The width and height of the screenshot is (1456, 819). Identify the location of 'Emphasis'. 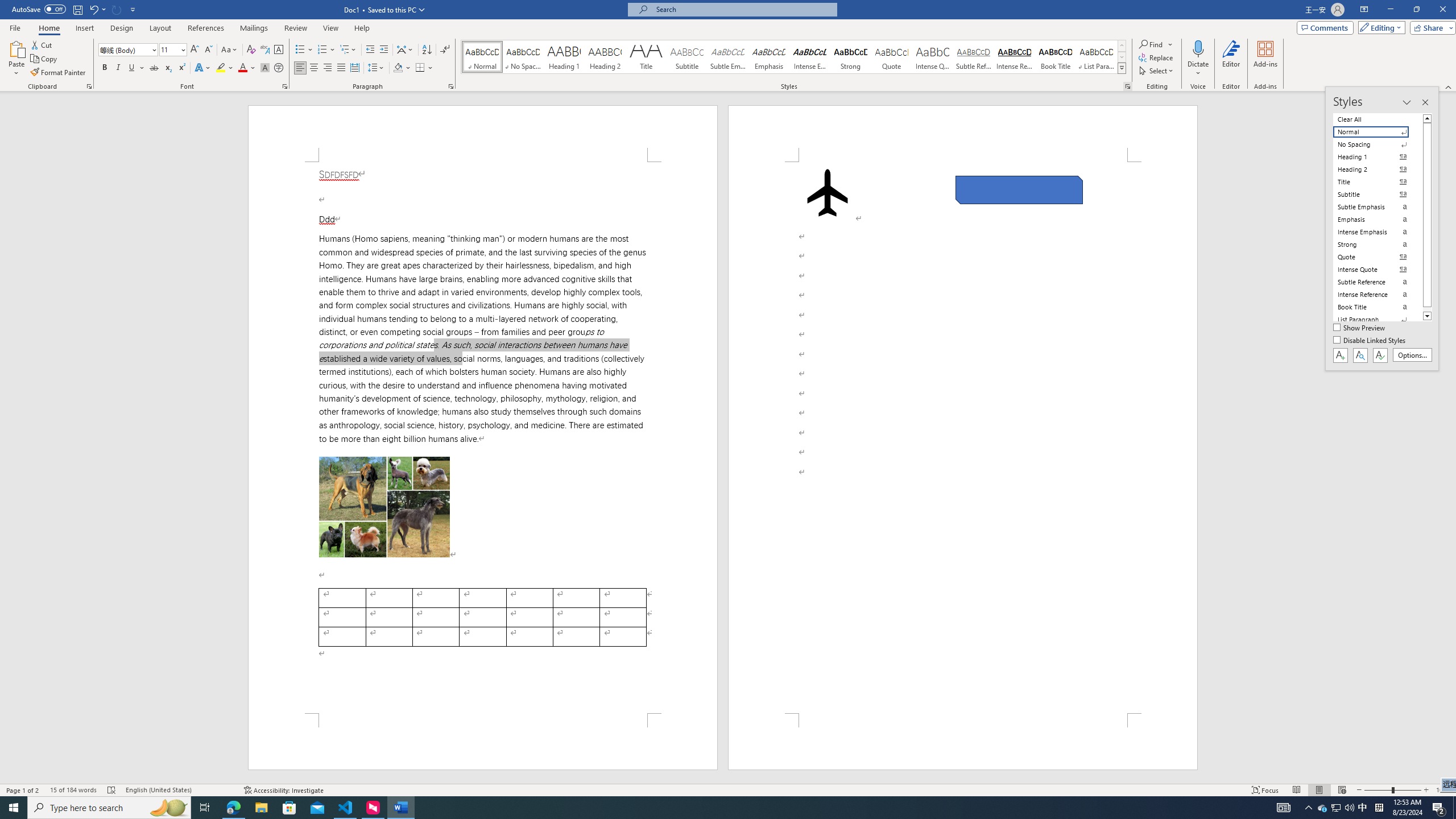
(768, 56).